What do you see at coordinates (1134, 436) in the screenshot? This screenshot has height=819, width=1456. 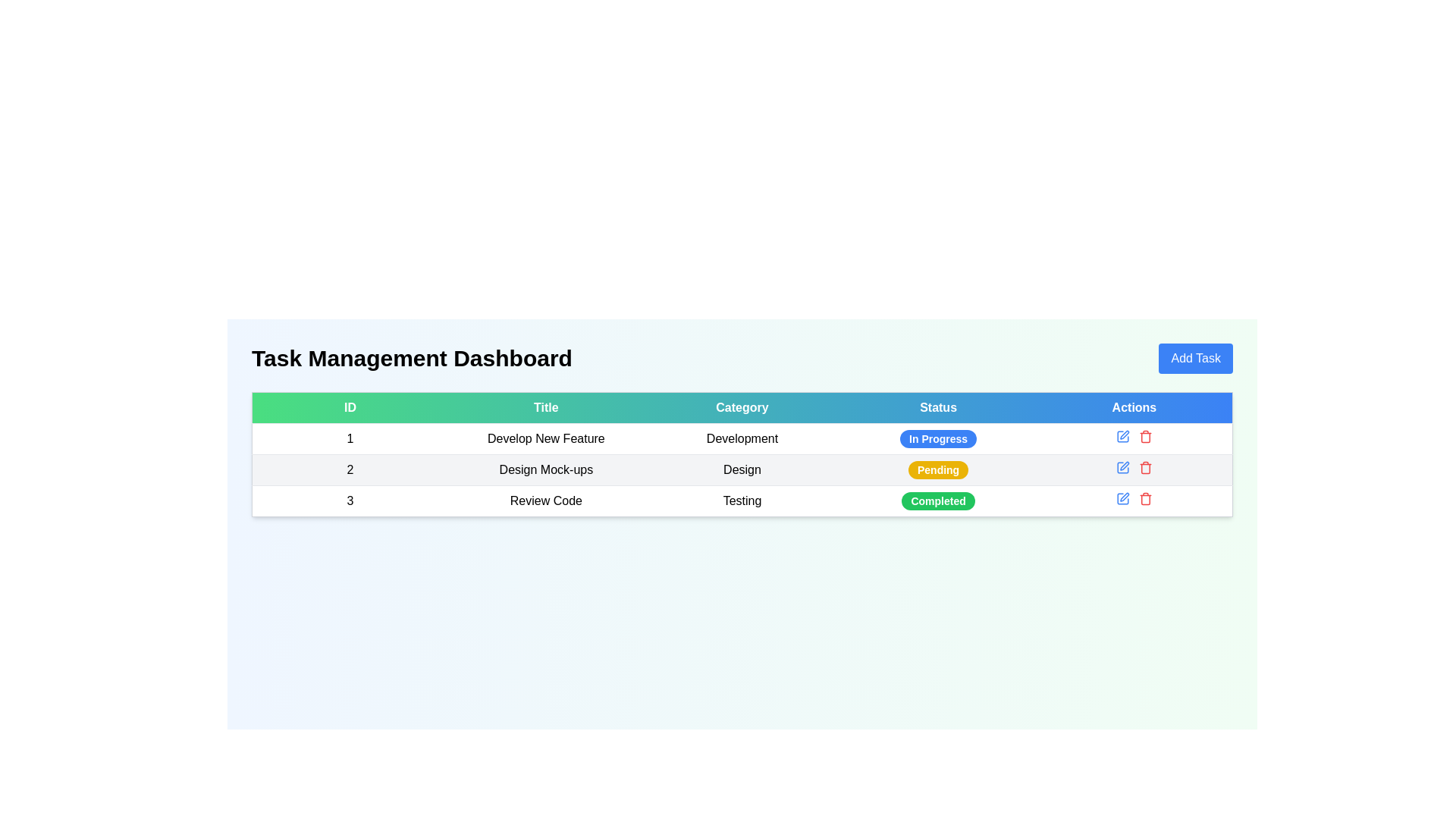 I see `the edit icon in the Actions column of the first row to initiate editing of the associated task entry` at bounding box center [1134, 436].